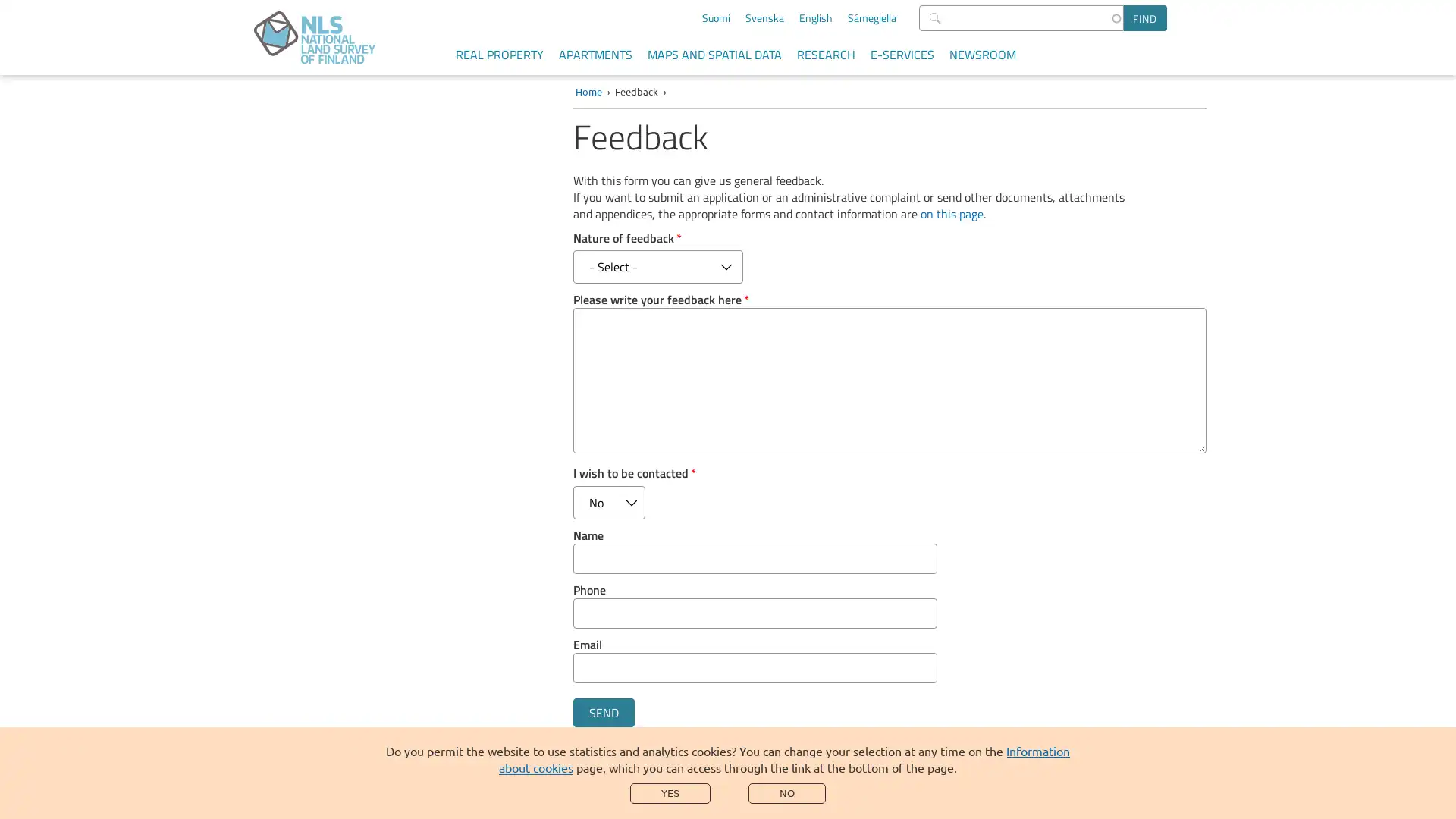 Image resolution: width=1456 pixels, height=819 pixels. What do you see at coordinates (1145, 17) in the screenshot?
I see `Find` at bounding box center [1145, 17].